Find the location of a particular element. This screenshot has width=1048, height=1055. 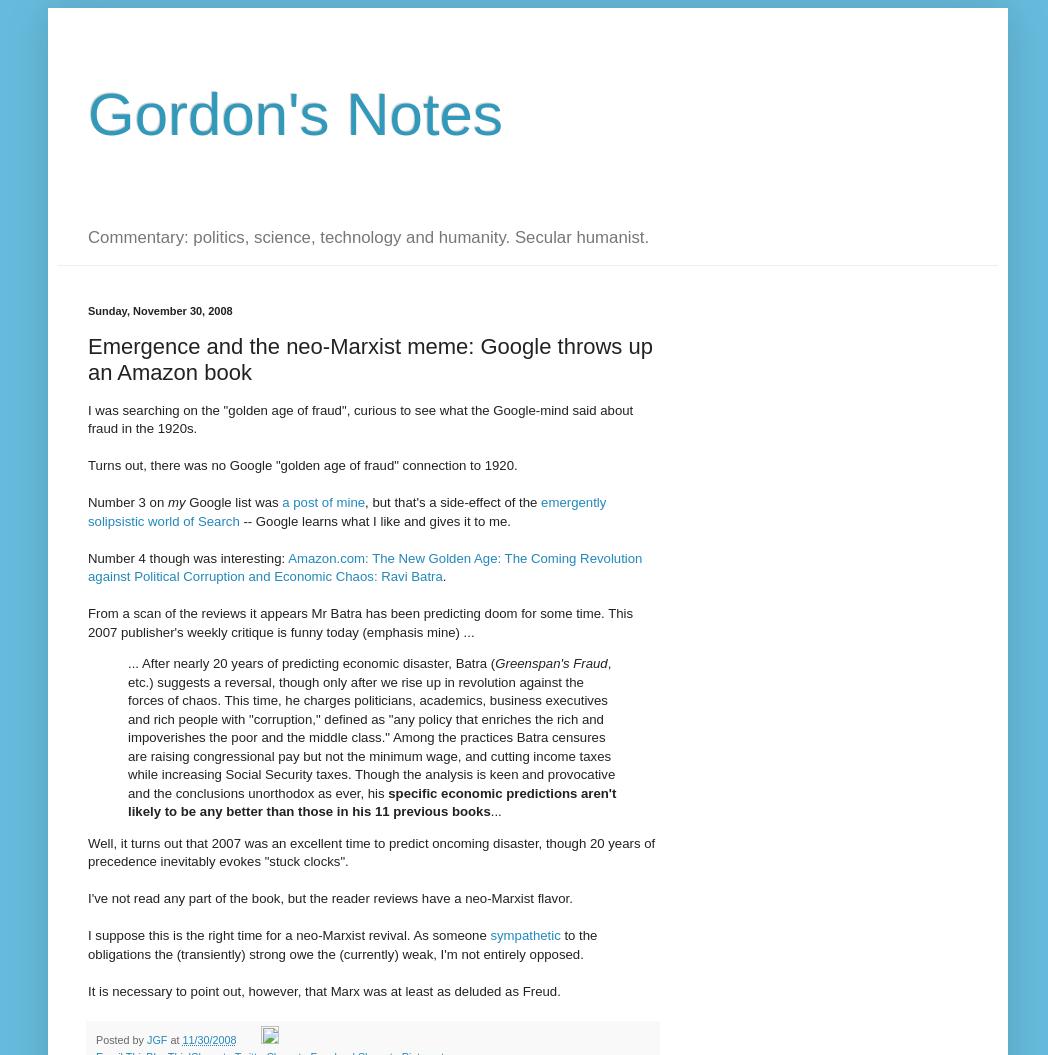

'Turns out, there was no Google "golden age of fraud" connection to 1920.' is located at coordinates (301, 464).